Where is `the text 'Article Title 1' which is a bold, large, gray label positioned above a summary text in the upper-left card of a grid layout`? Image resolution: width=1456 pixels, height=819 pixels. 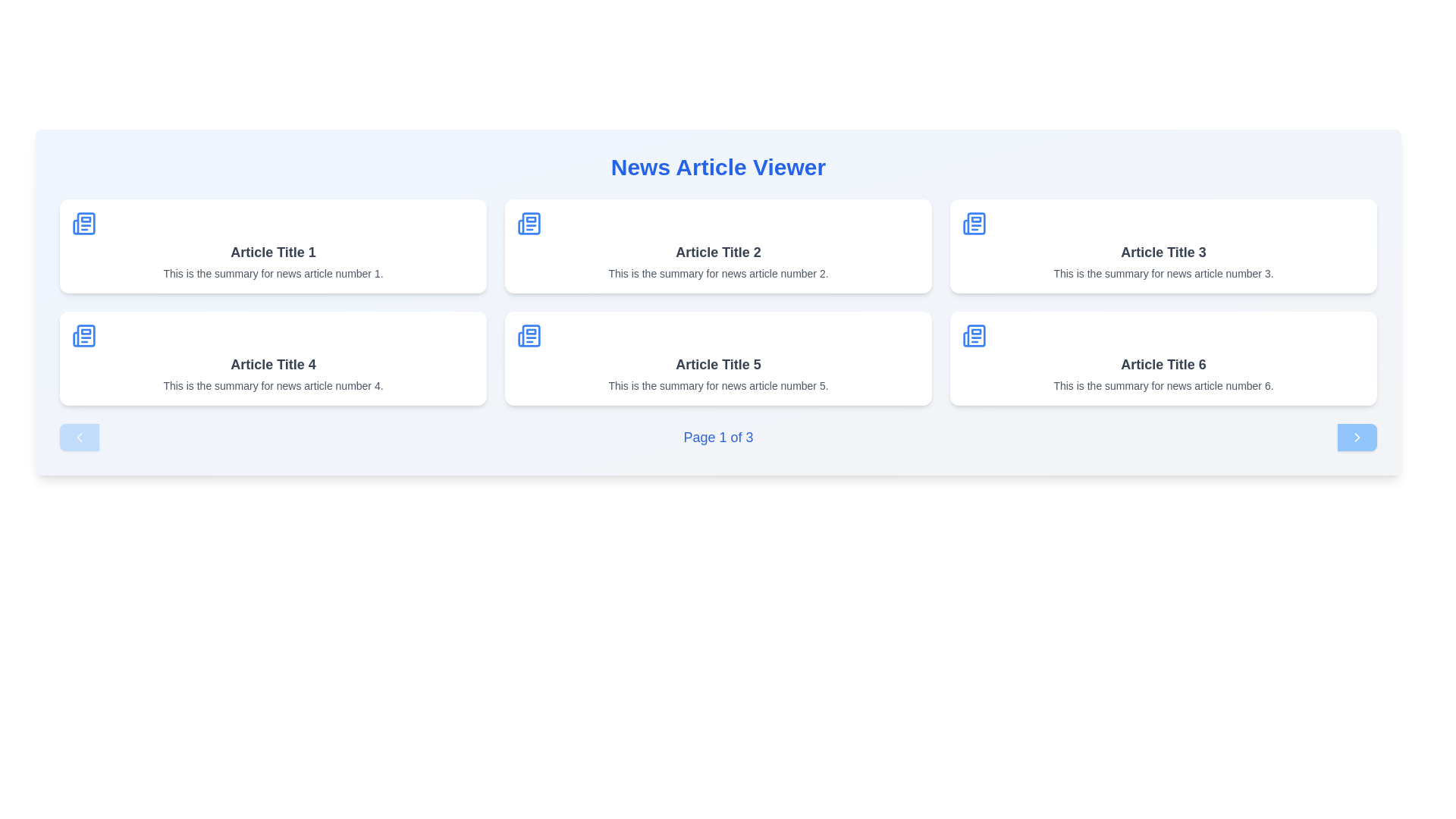
the text 'Article Title 1' which is a bold, large, gray label positioned above a summary text in the upper-left card of a grid layout is located at coordinates (273, 251).